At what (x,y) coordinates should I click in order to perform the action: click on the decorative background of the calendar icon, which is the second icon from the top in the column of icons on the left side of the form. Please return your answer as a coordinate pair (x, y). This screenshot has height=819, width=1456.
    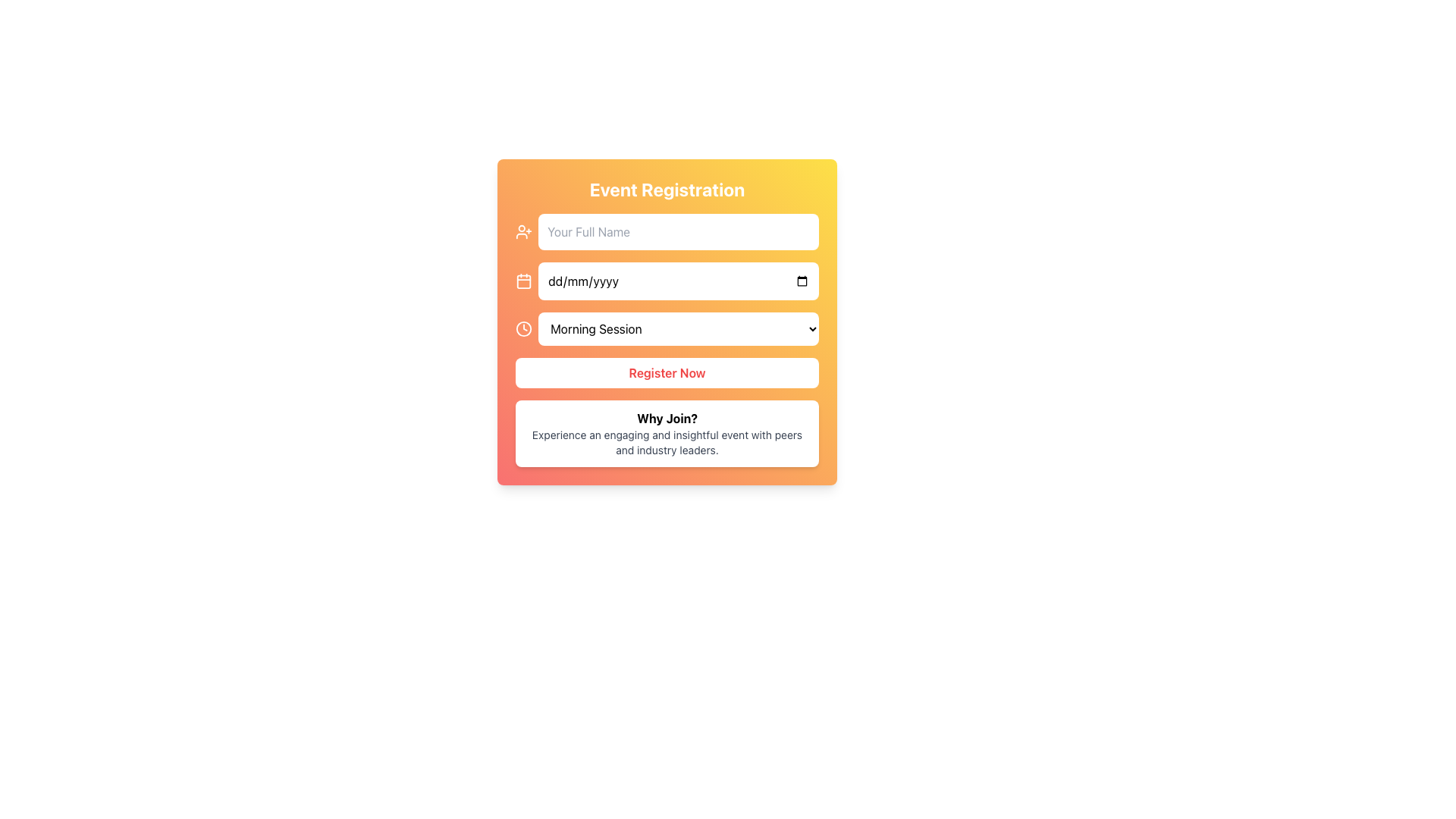
    Looking at the image, I should click on (524, 281).